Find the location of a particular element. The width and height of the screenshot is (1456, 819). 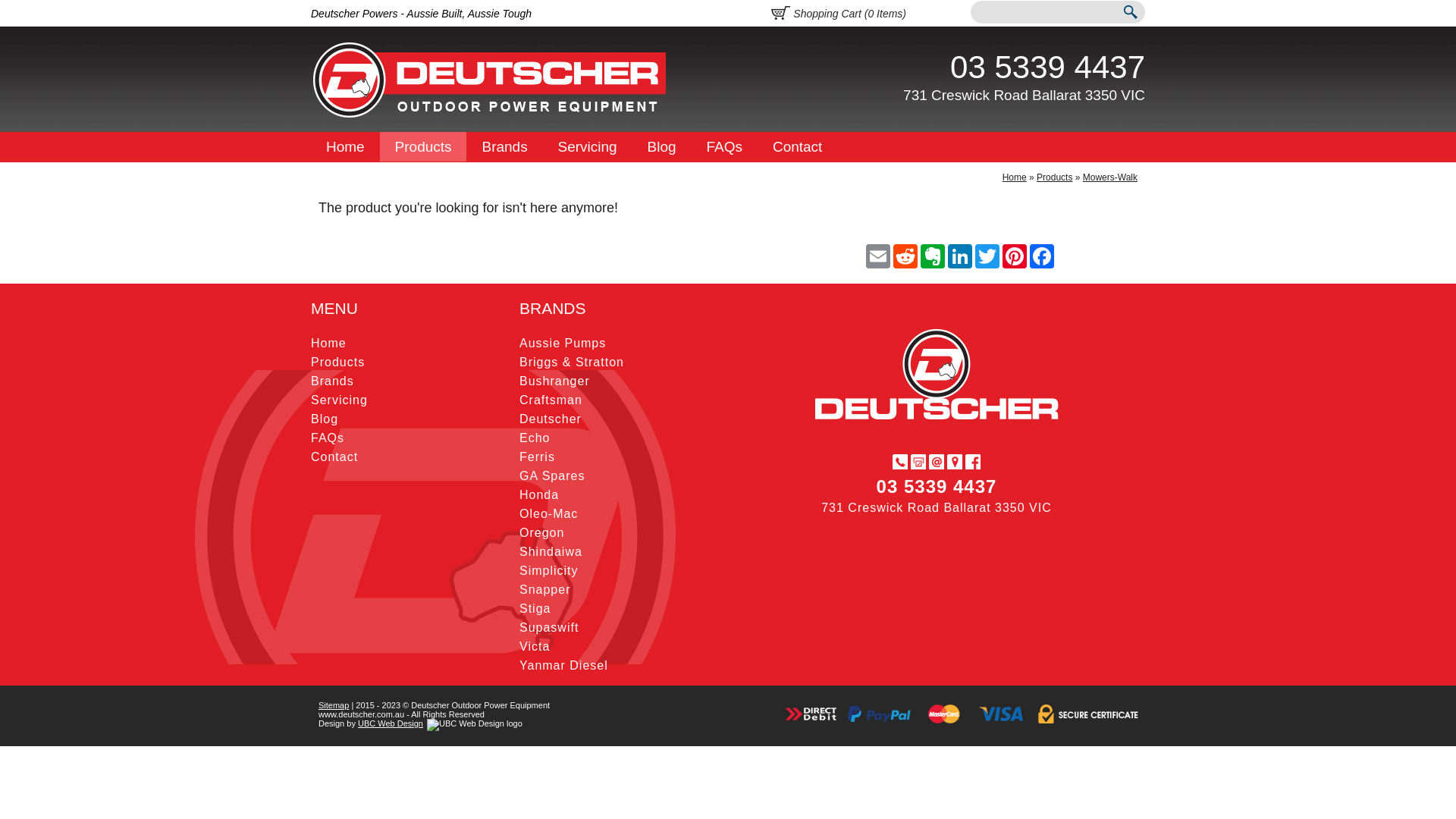

'UBC Web Design' is located at coordinates (390, 722).